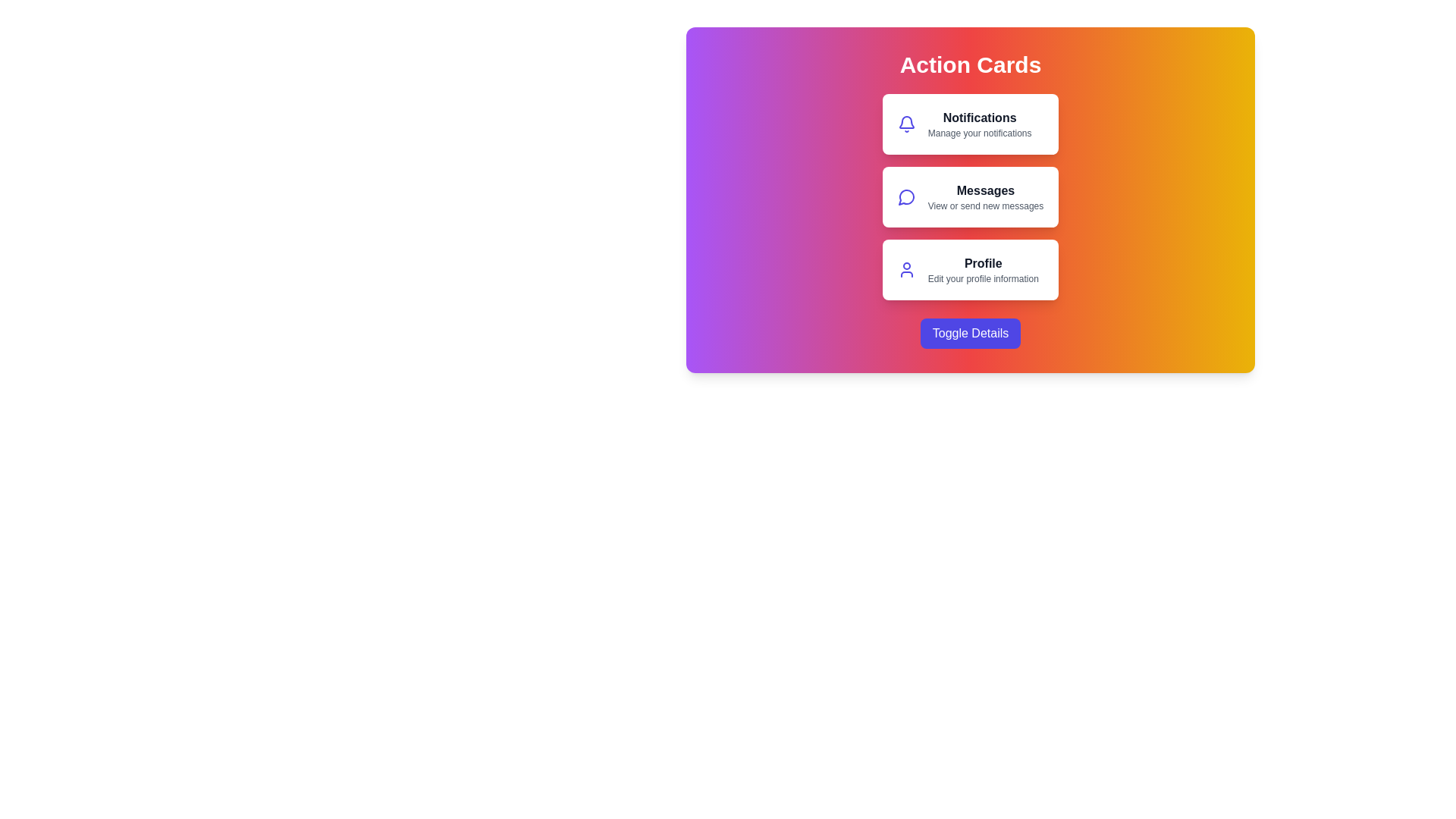  I want to click on text content of the Text Label located in the second card under 'Action Cards', which provides instructions related to messages, so click(986, 196).